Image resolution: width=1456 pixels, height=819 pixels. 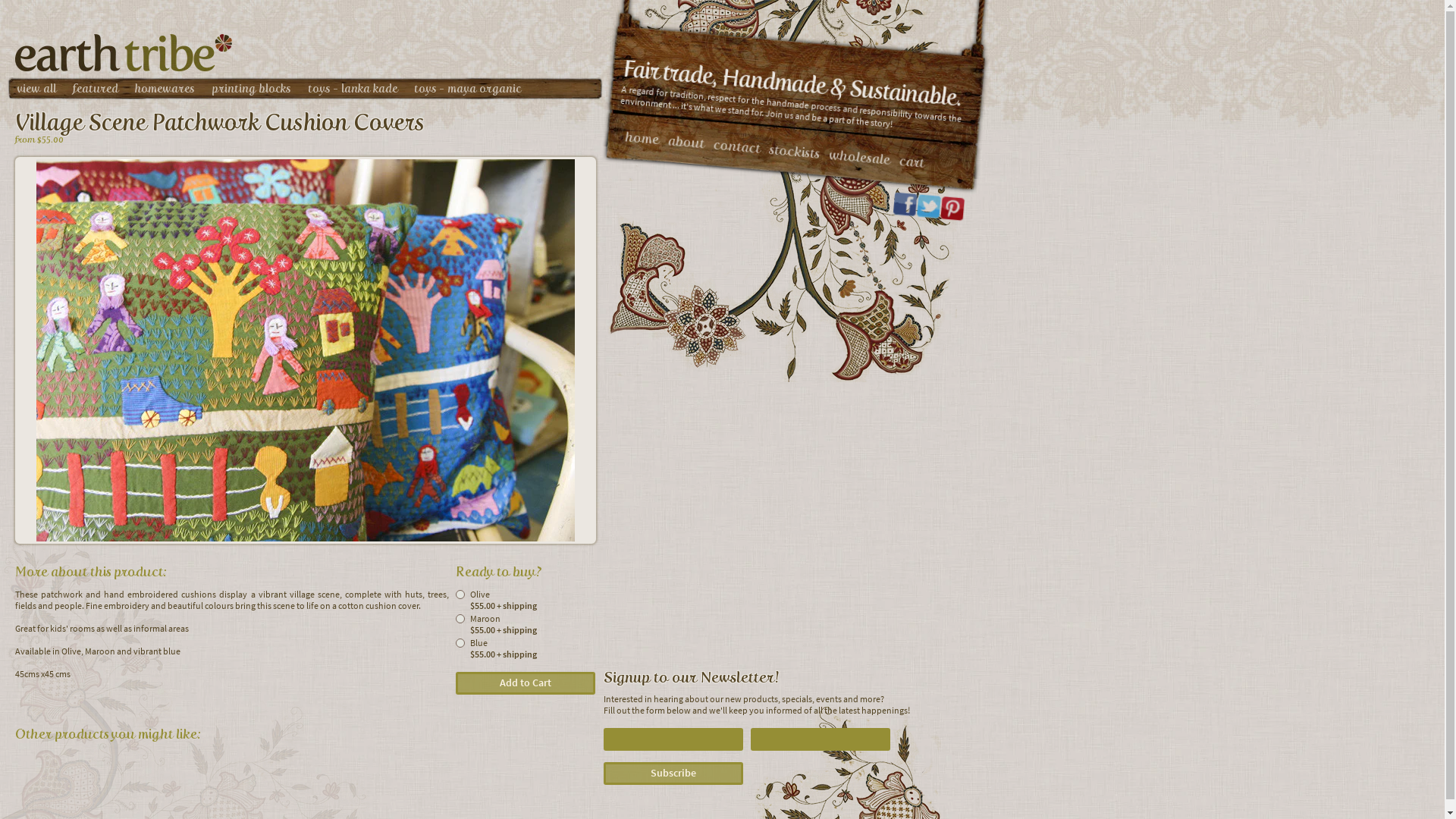 What do you see at coordinates (673, 773) in the screenshot?
I see `'Subscribe'` at bounding box center [673, 773].